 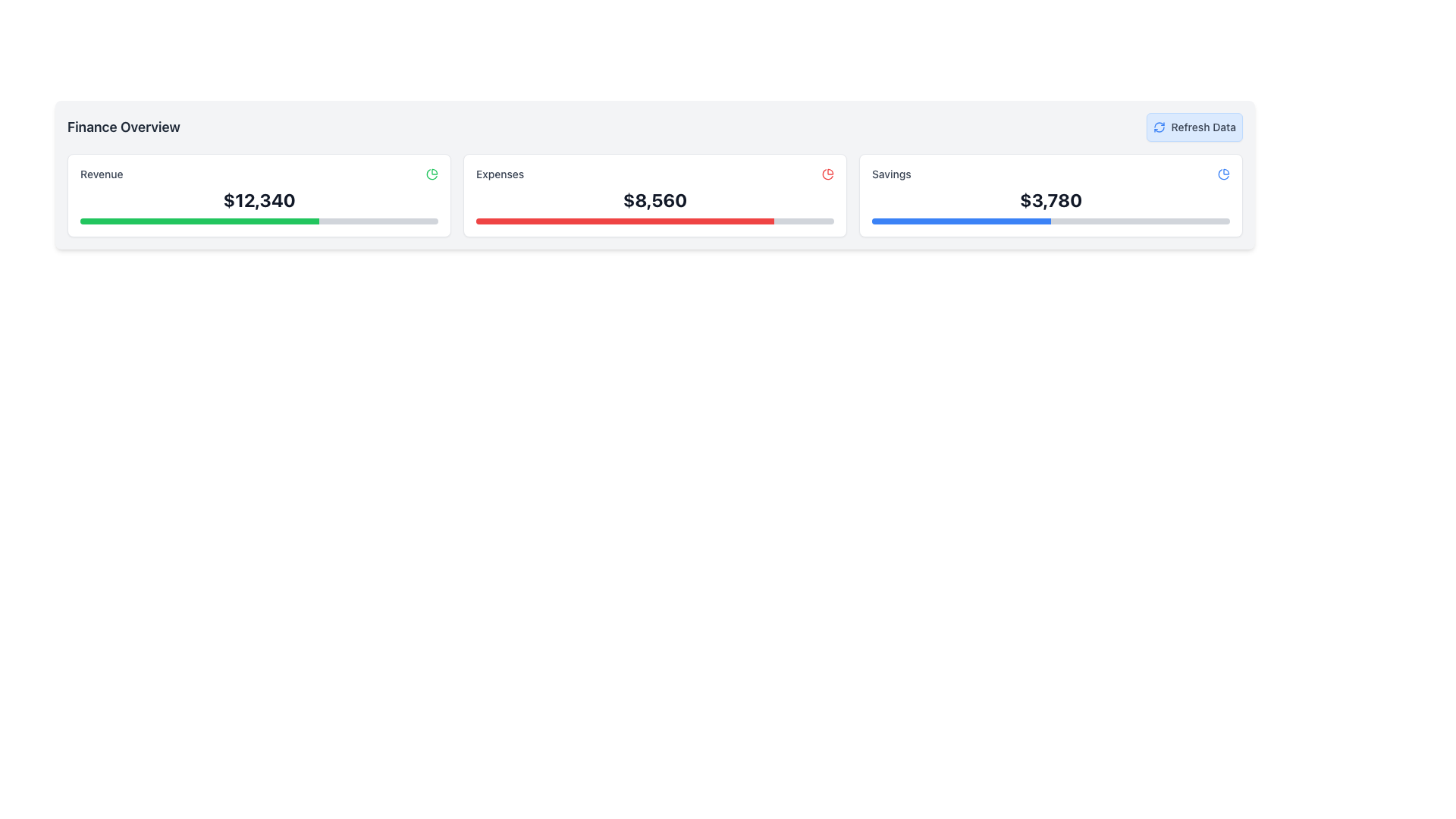 I want to click on financial data presented in the 'Savings' card, which displays the text 'Savings' and the value '$3,780', so click(x=1050, y=195).